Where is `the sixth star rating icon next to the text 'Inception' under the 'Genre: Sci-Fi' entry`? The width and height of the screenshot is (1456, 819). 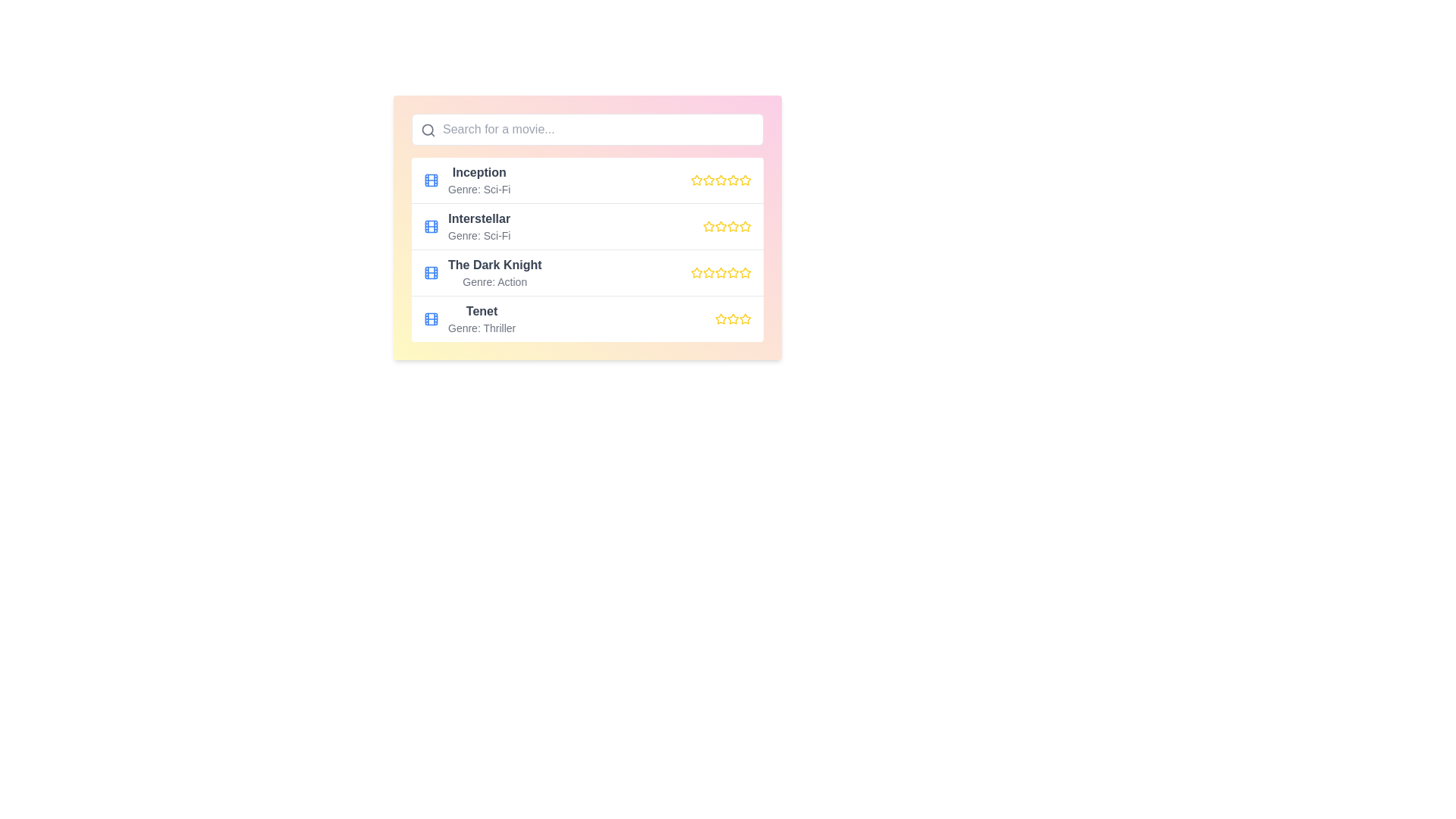 the sixth star rating icon next to the text 'Inception' under the 'Genre: Sci-Fi' entry is located at coordinates (733, 180).